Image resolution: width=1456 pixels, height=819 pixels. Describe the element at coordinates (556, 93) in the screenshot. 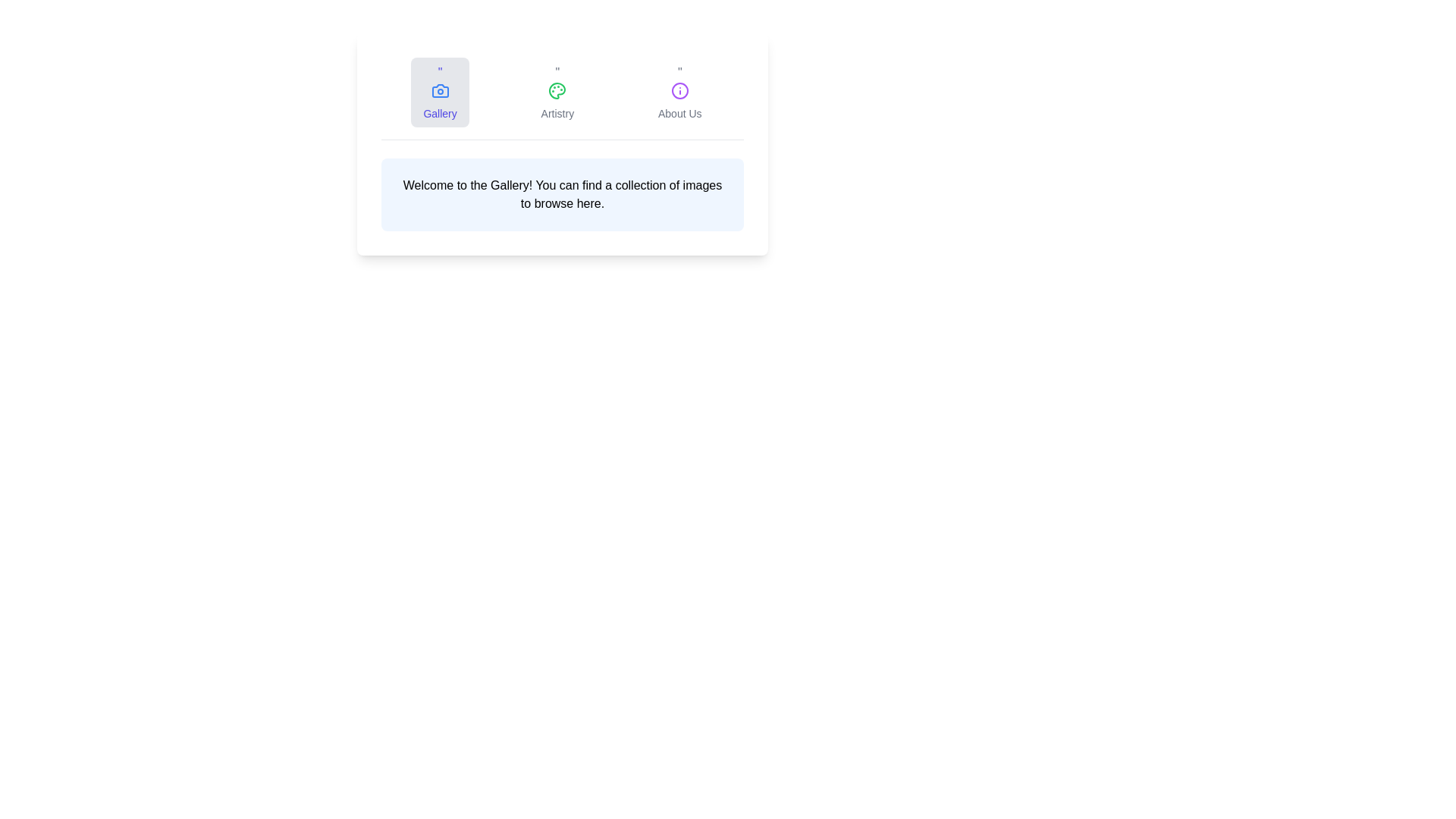

I see `the tab Artistry by clicking its button` at that location.